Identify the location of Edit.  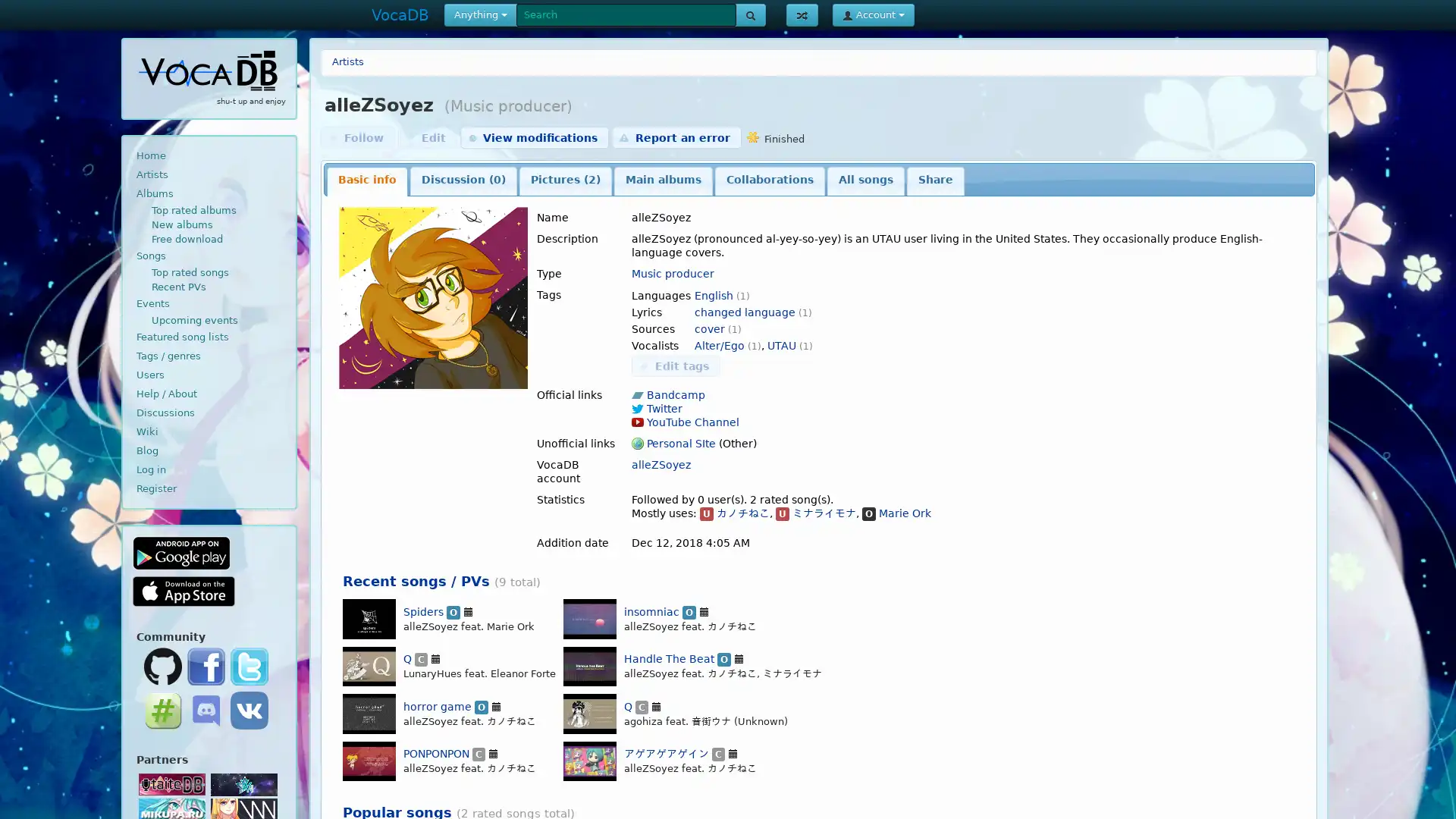
(426, 137).